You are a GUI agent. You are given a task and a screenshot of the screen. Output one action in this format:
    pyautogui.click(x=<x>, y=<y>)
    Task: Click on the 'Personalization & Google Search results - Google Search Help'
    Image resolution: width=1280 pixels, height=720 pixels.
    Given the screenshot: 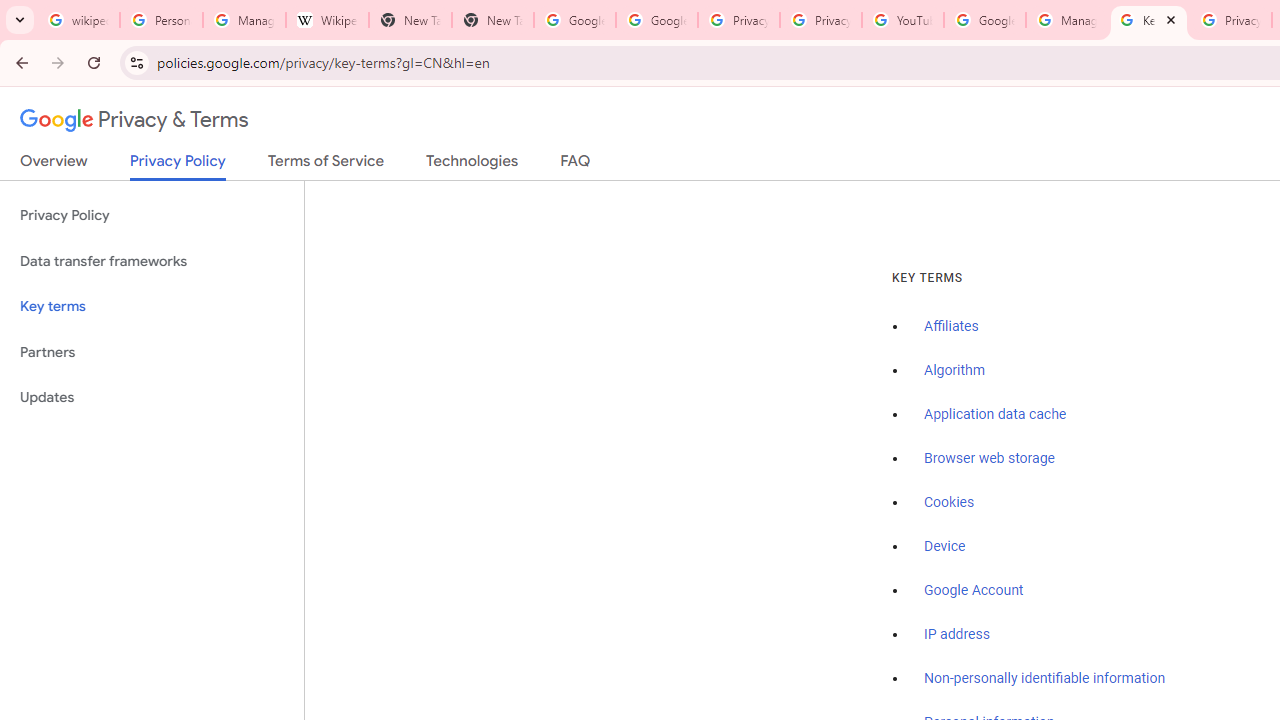 What is the action you would take?
    pyautogui.click(x=161, y=20)
    